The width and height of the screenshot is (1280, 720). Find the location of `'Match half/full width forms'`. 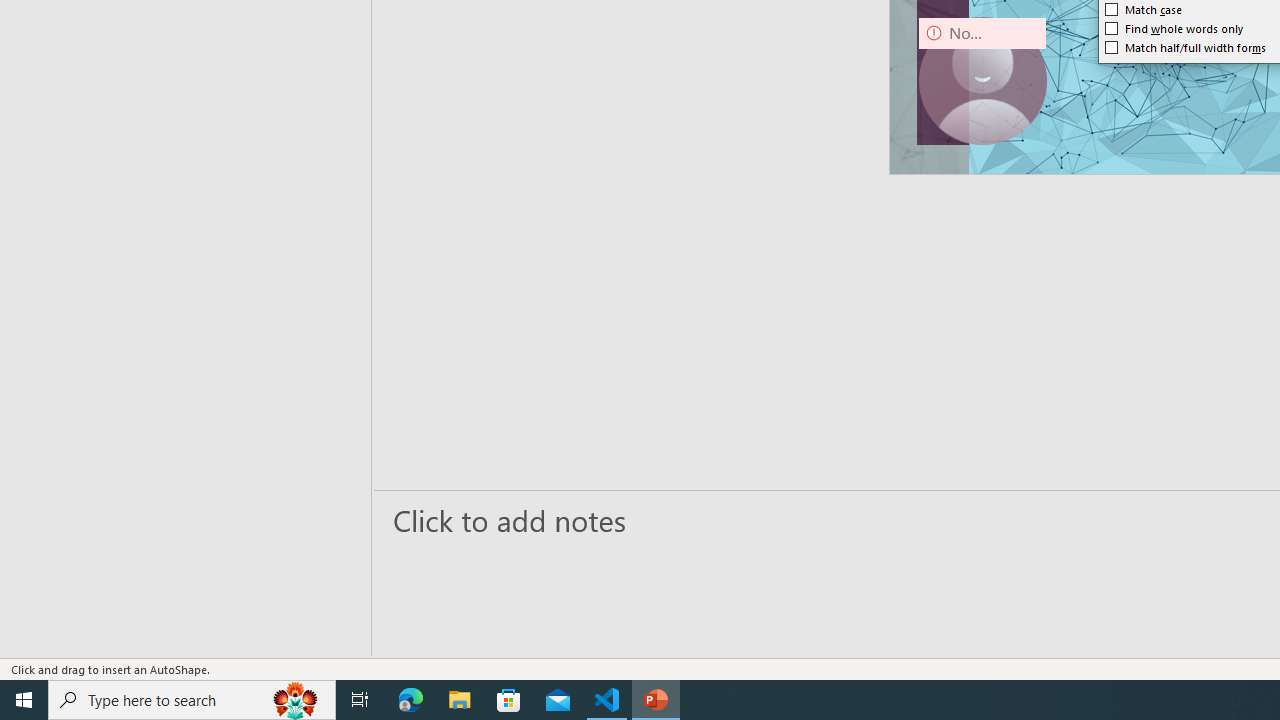

'Match half/full width forms' is located at coordinates (1186, 47).